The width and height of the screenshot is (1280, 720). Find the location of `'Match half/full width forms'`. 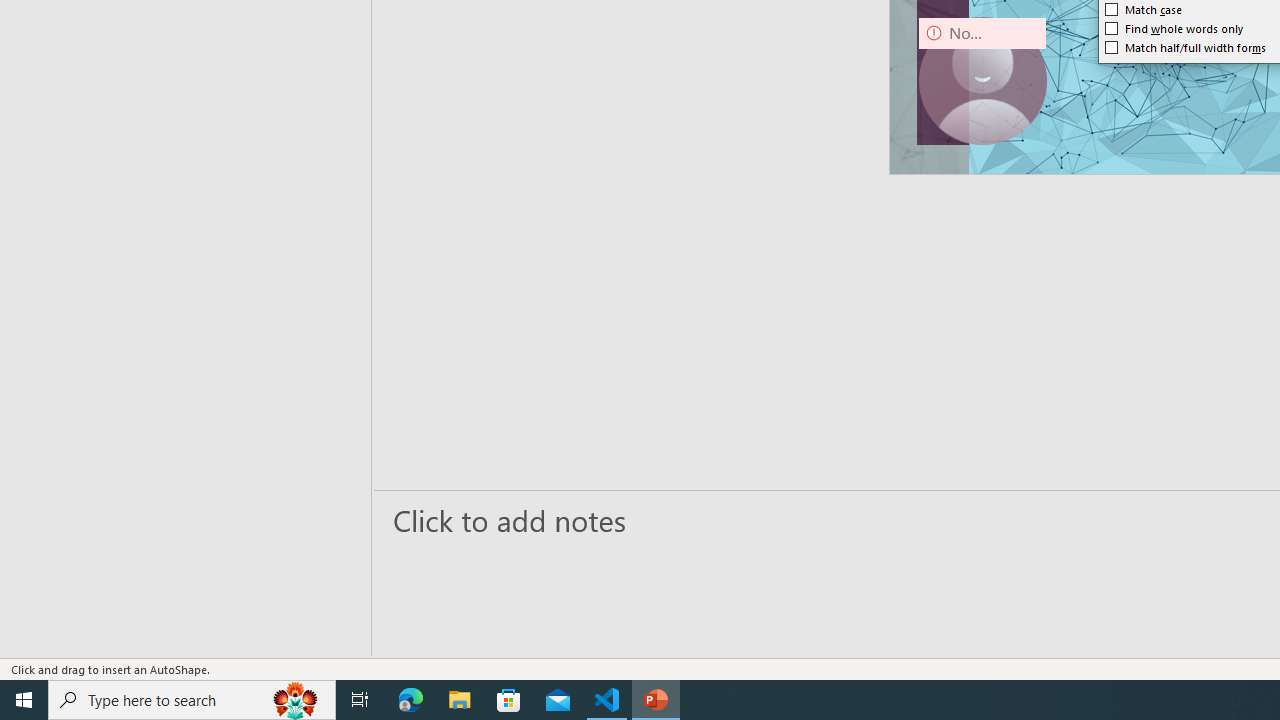

'Match half/full width forms' is located at coordinates (1186, 47).